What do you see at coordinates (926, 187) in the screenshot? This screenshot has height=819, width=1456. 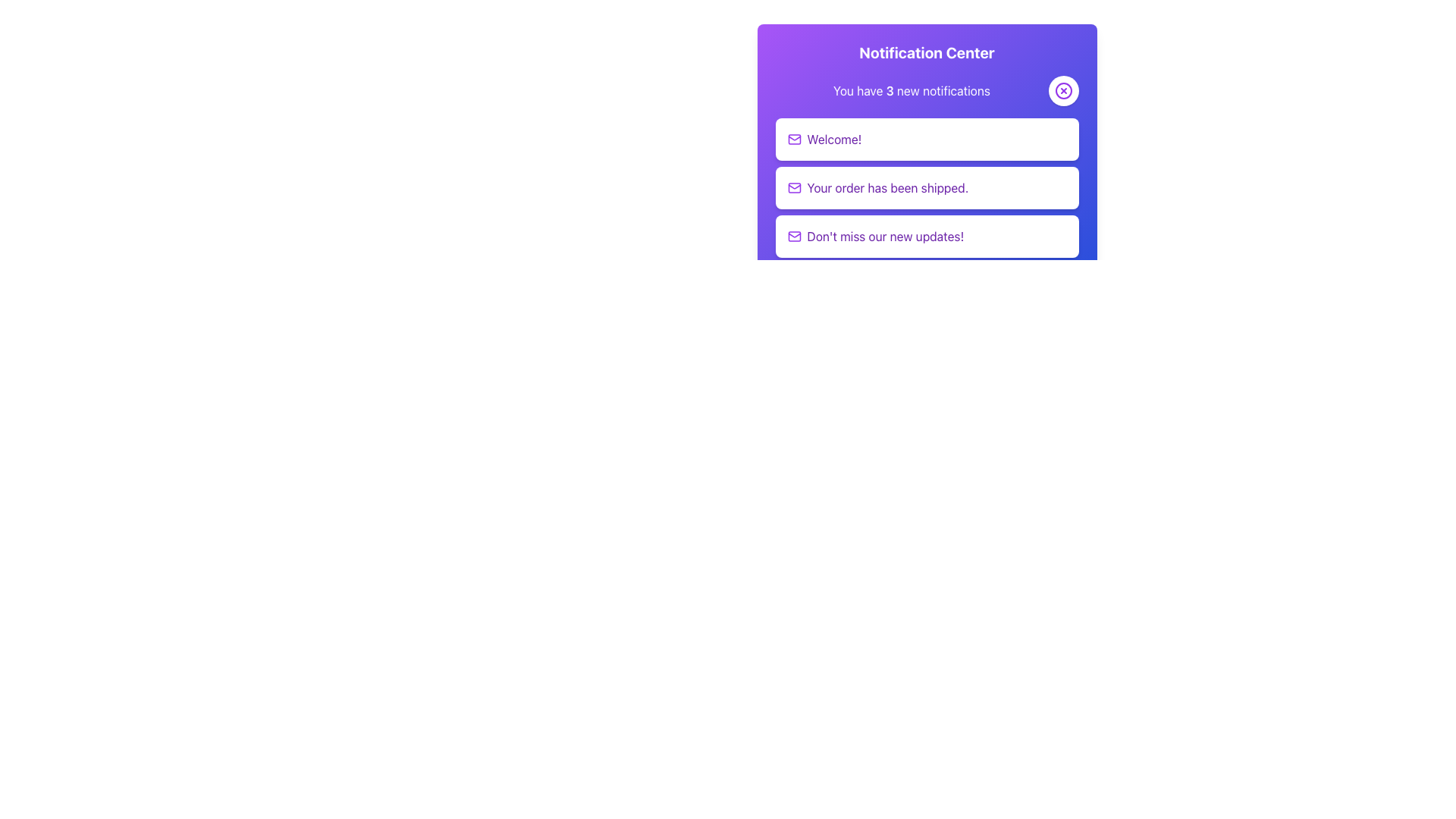 I see `shipping status message from the second notification in the notification center panel, which is located below the 'Welcome!' message` at bounding box center [926, 187].